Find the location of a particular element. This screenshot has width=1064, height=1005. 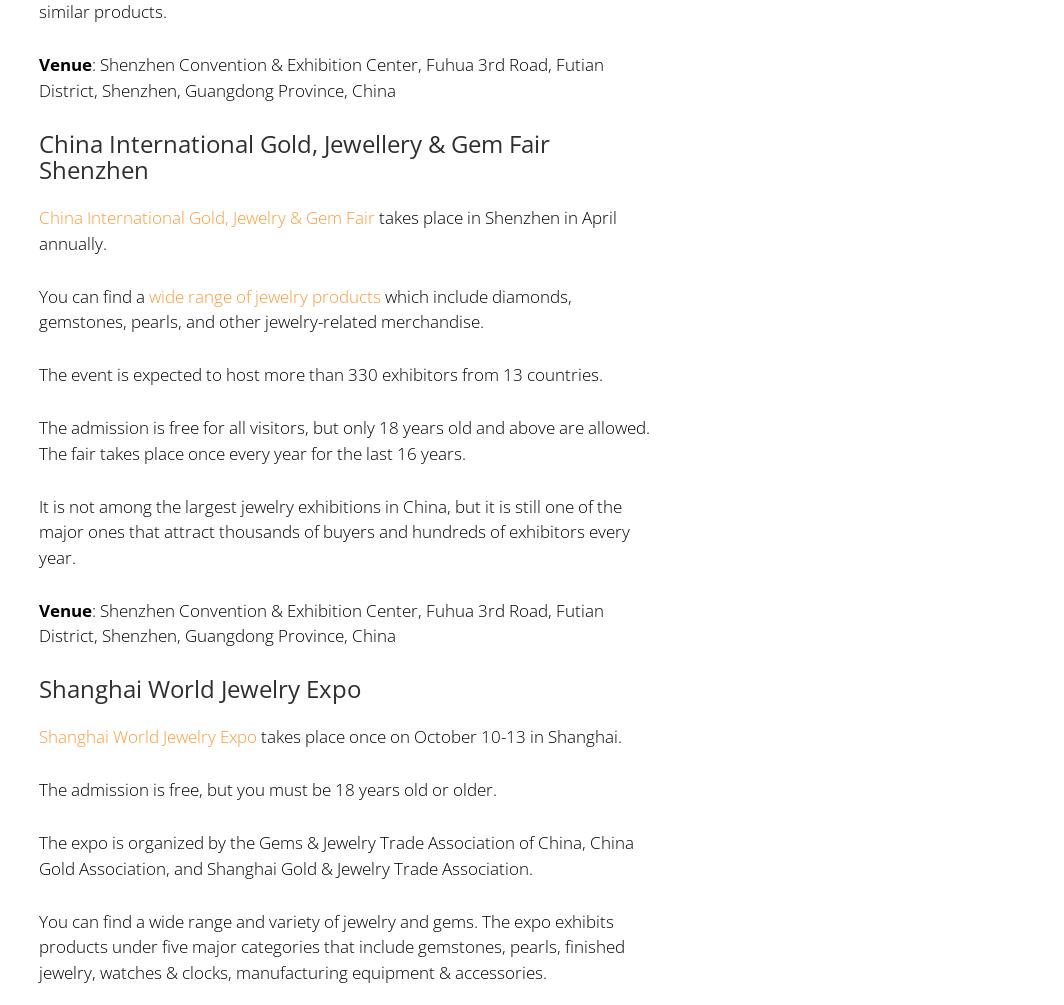

'You can find a wide range and variety of jewelry and gems. The expo exhibits products under five major categories that include gemstones, pearls, finished jewelry, watches & clocks, manufacturing equipment & accessories.' is located at coordinates (331, 945).